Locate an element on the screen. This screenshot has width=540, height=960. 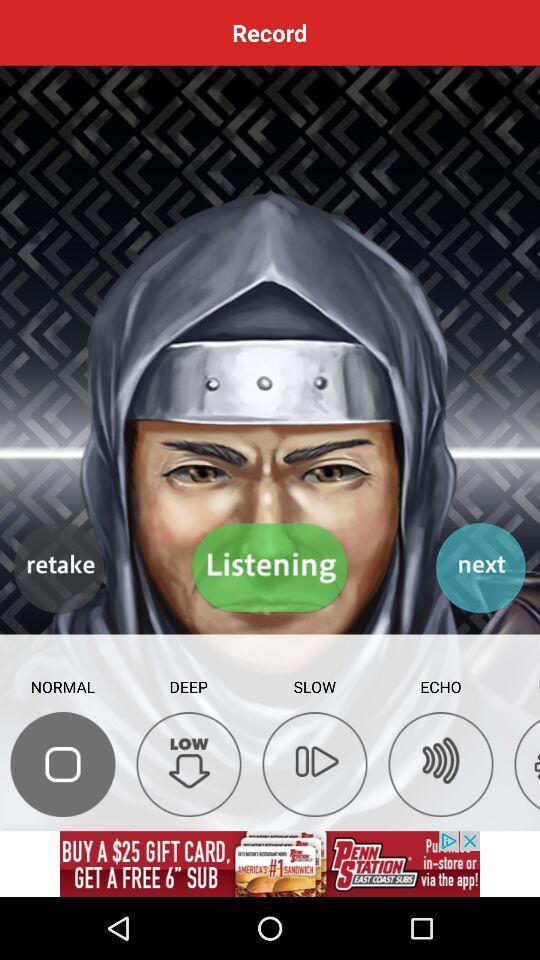
next is located at coordinates (479, 568).